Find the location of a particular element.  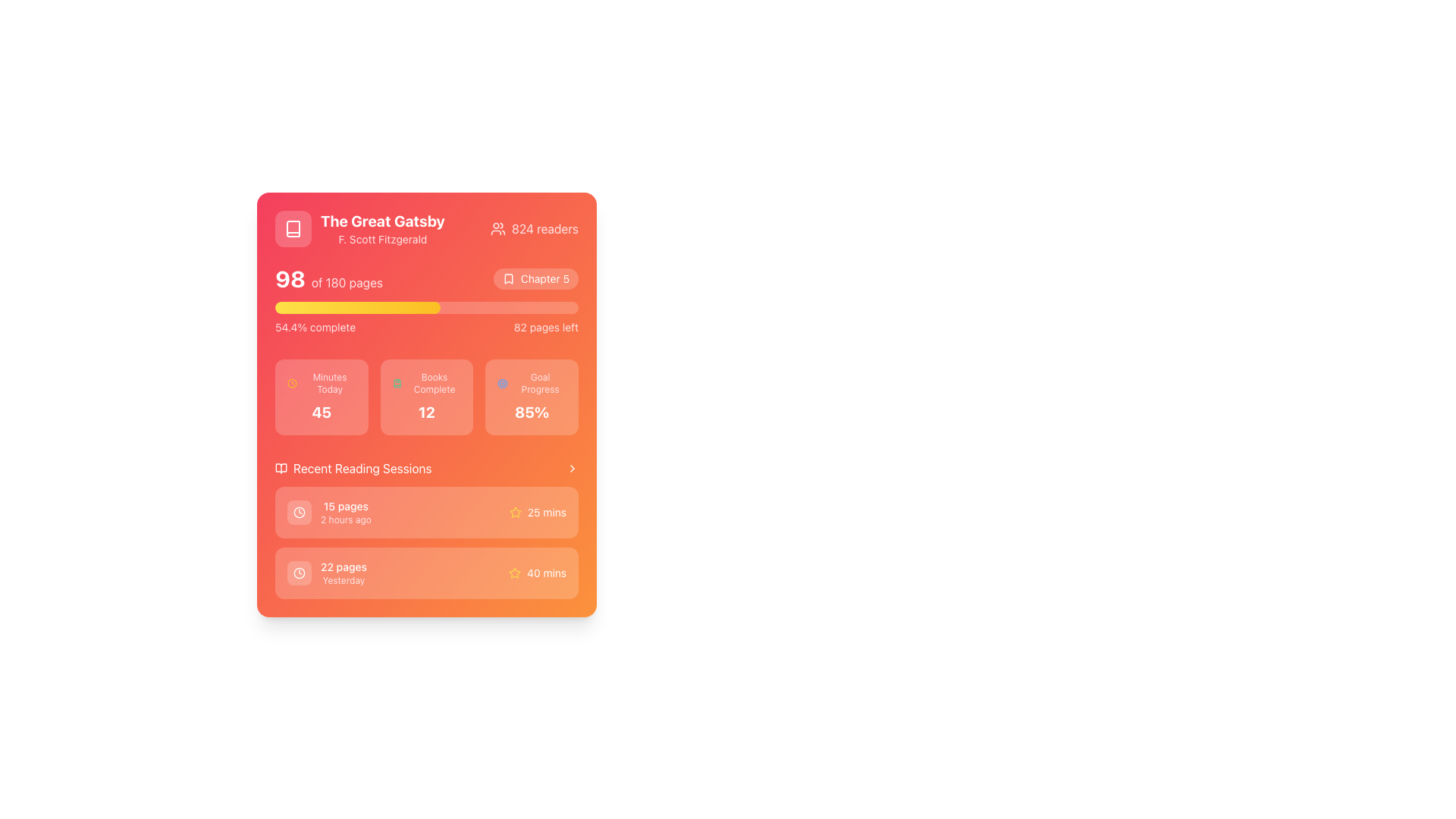

the Label with an icon that shows '824 readers' is located at coordinates (535, 228).